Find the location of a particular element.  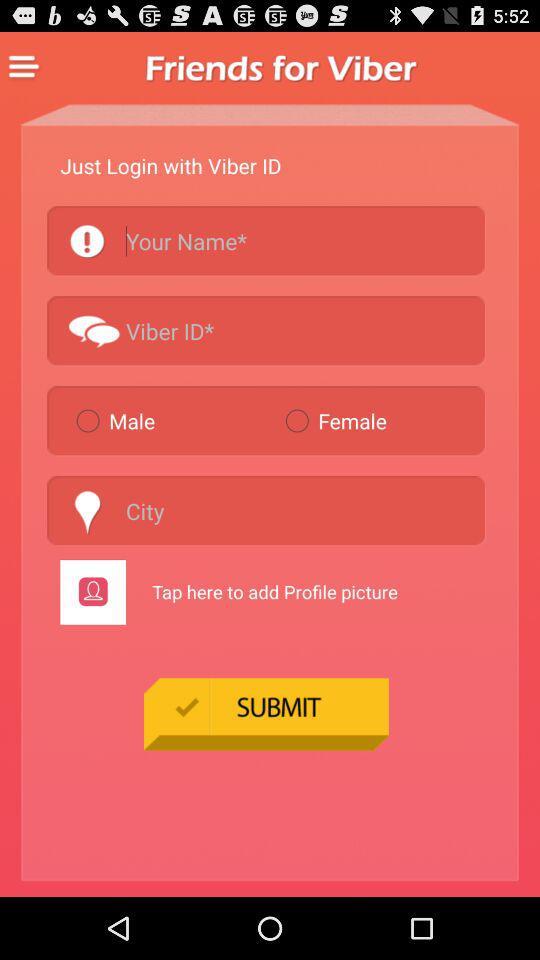

display menu is located at coordinates (23, 67).